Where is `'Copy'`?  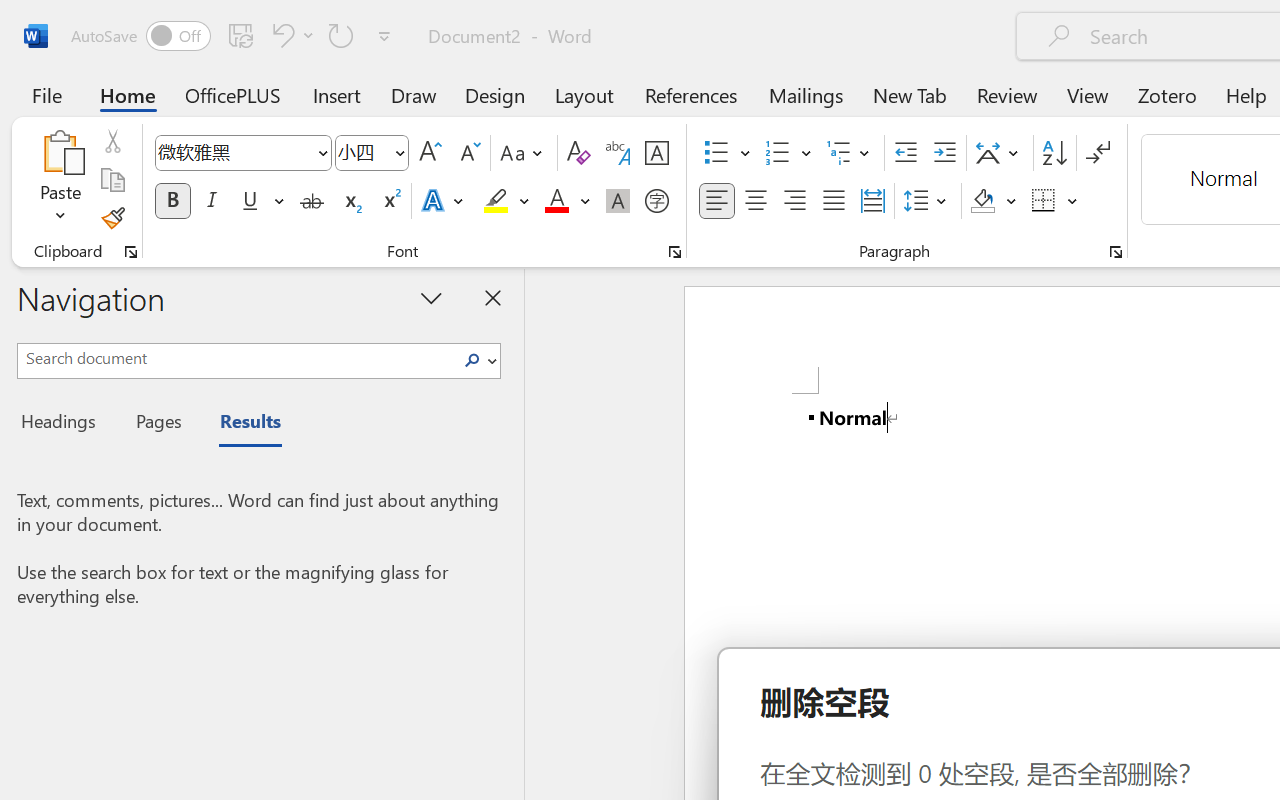 'Copy' is located at coordinates (111, 179).